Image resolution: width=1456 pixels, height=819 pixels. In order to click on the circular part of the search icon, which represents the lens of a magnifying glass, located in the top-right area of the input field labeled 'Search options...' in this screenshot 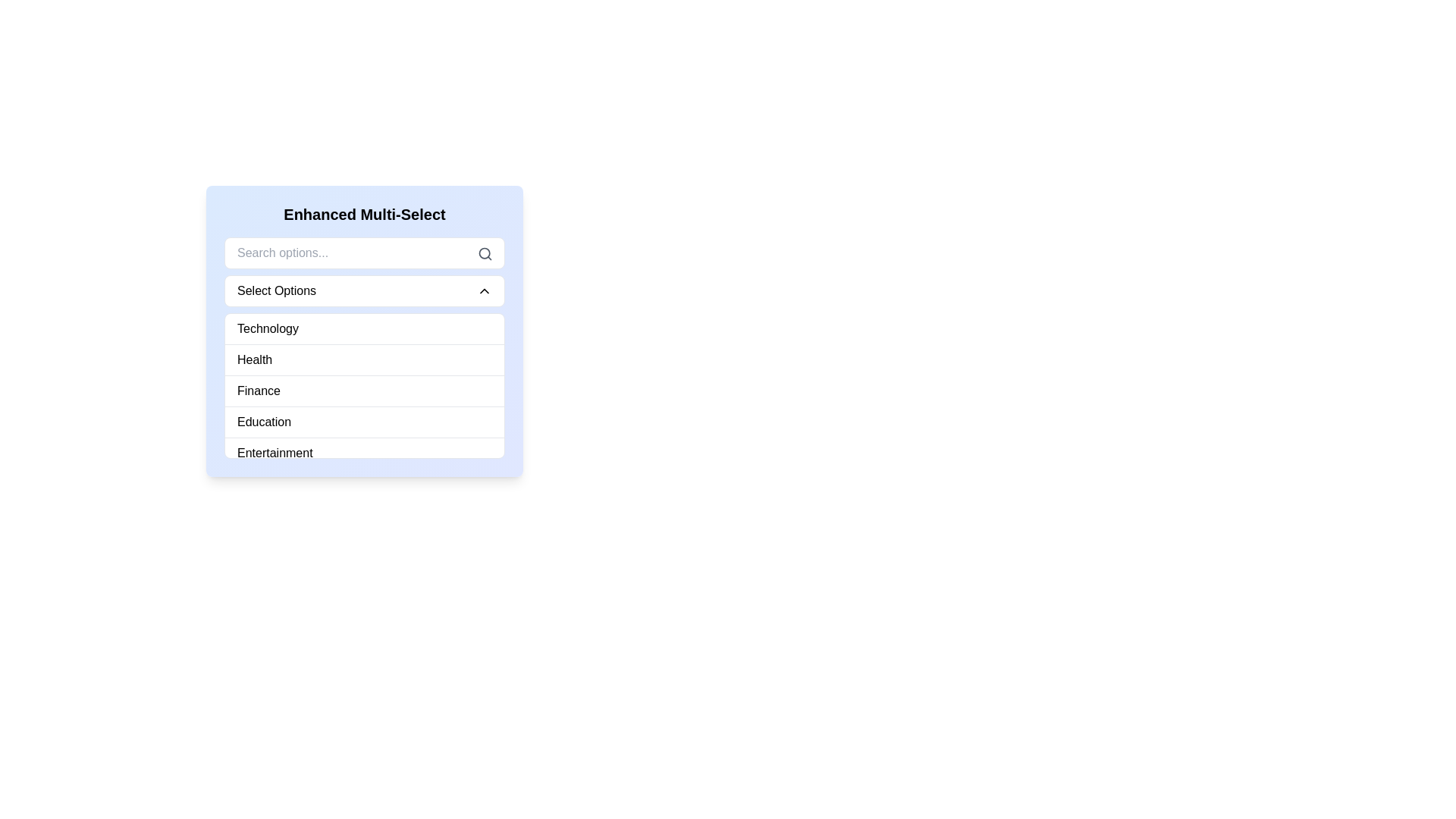, I will do `click(484, 253)`.